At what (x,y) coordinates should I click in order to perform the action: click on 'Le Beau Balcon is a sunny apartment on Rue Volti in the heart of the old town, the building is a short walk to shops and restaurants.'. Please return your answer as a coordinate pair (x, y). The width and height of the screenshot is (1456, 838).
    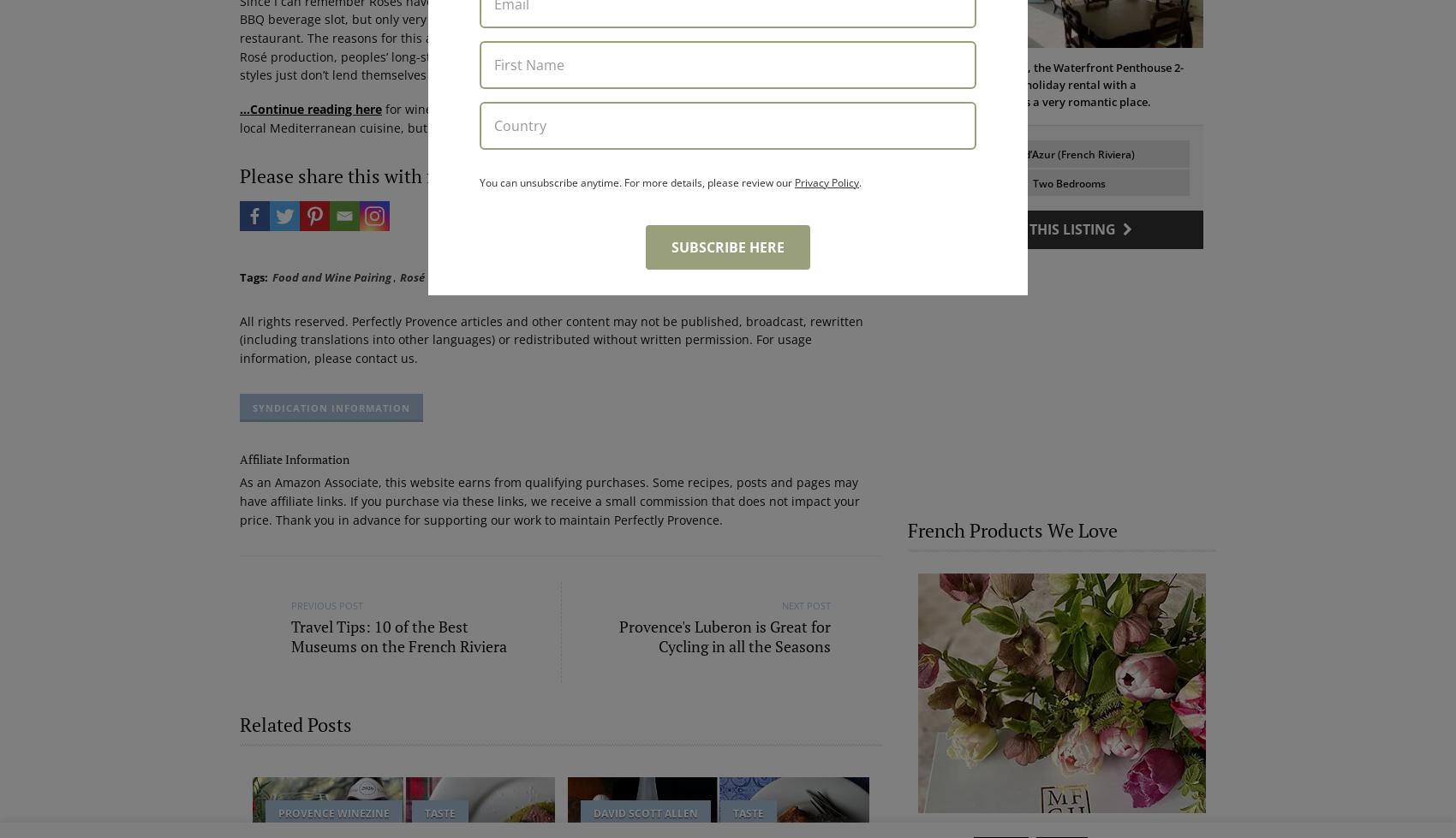
    Looking at the image, I should click on (9, 83).